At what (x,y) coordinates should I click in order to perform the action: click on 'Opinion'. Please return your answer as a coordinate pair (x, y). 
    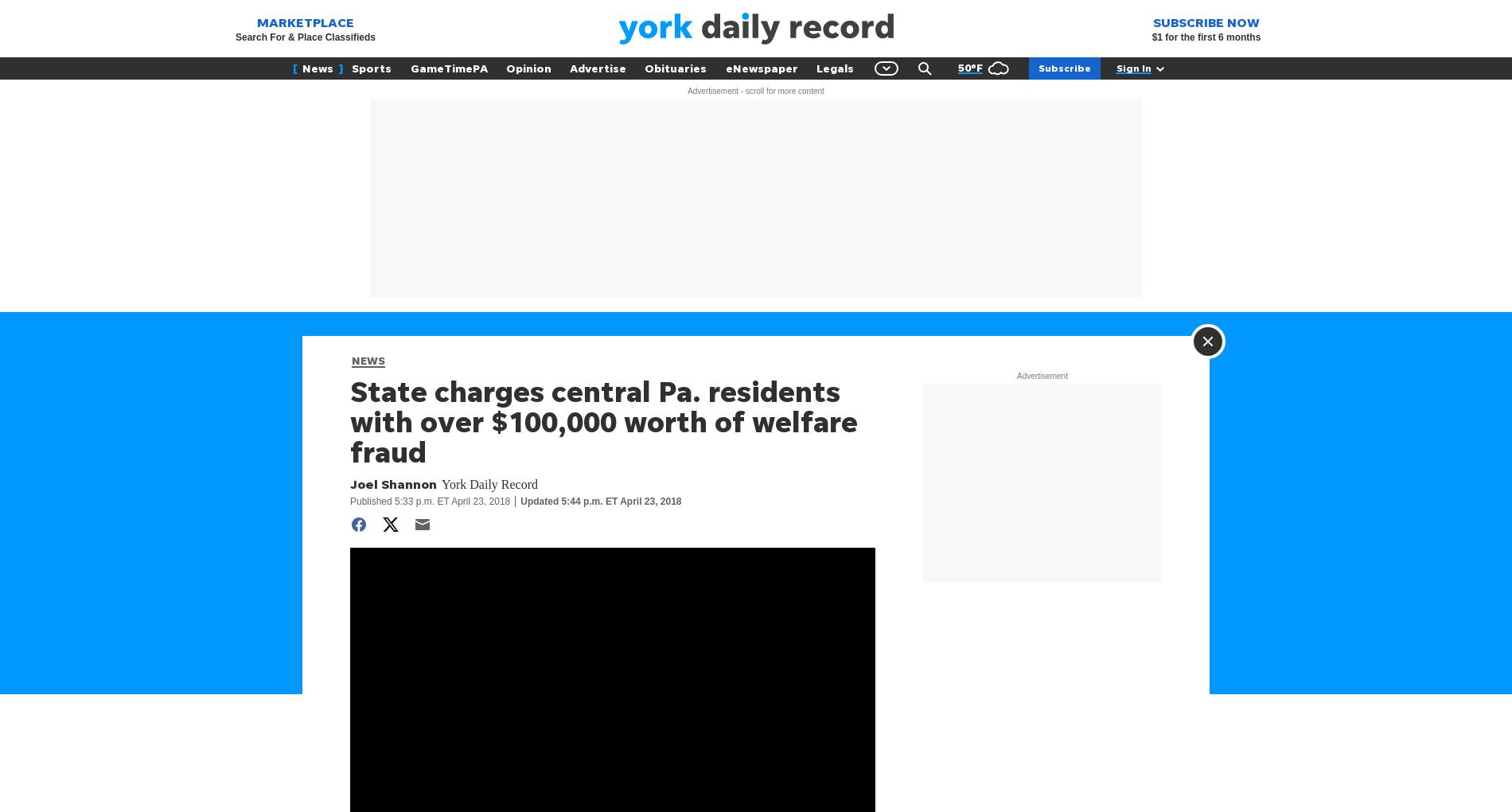
    Looking at the image, I should click on (528, 68).